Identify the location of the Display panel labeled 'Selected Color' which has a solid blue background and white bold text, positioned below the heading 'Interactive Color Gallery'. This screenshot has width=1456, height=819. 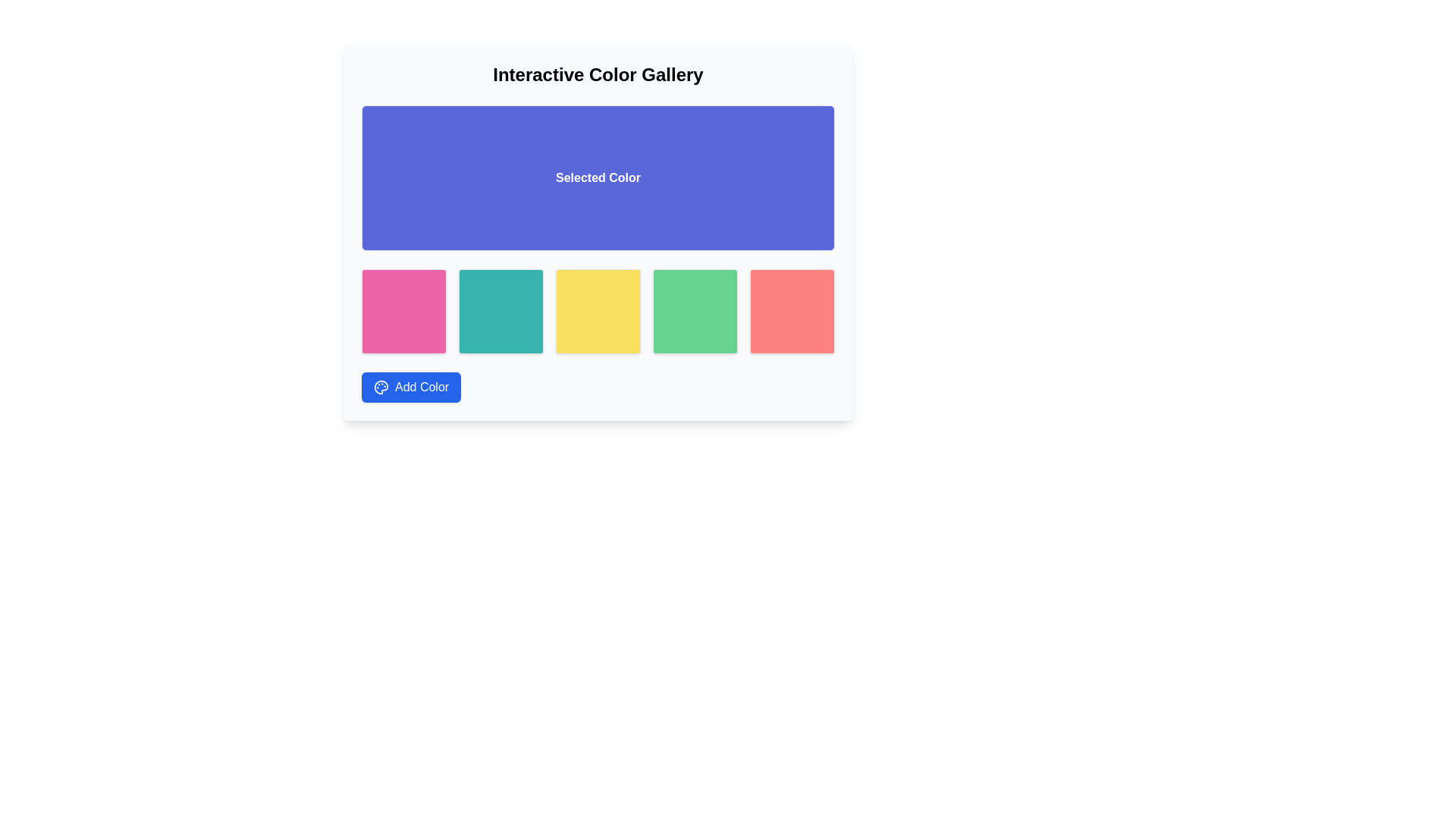
(597, 177).